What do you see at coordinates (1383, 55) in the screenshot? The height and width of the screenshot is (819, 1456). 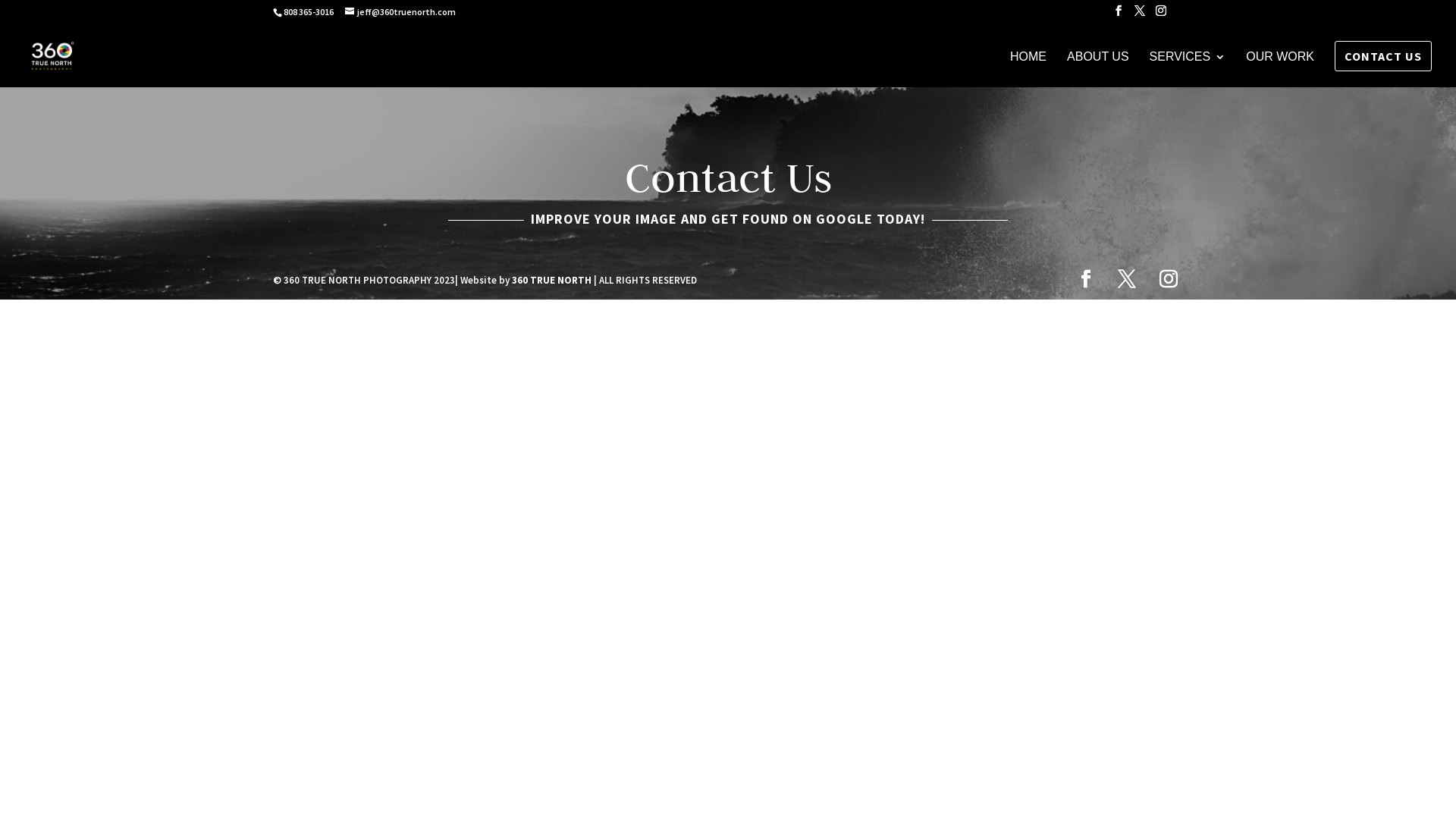 I see `'CONTACT US'` at bounding box center [1383, 55].